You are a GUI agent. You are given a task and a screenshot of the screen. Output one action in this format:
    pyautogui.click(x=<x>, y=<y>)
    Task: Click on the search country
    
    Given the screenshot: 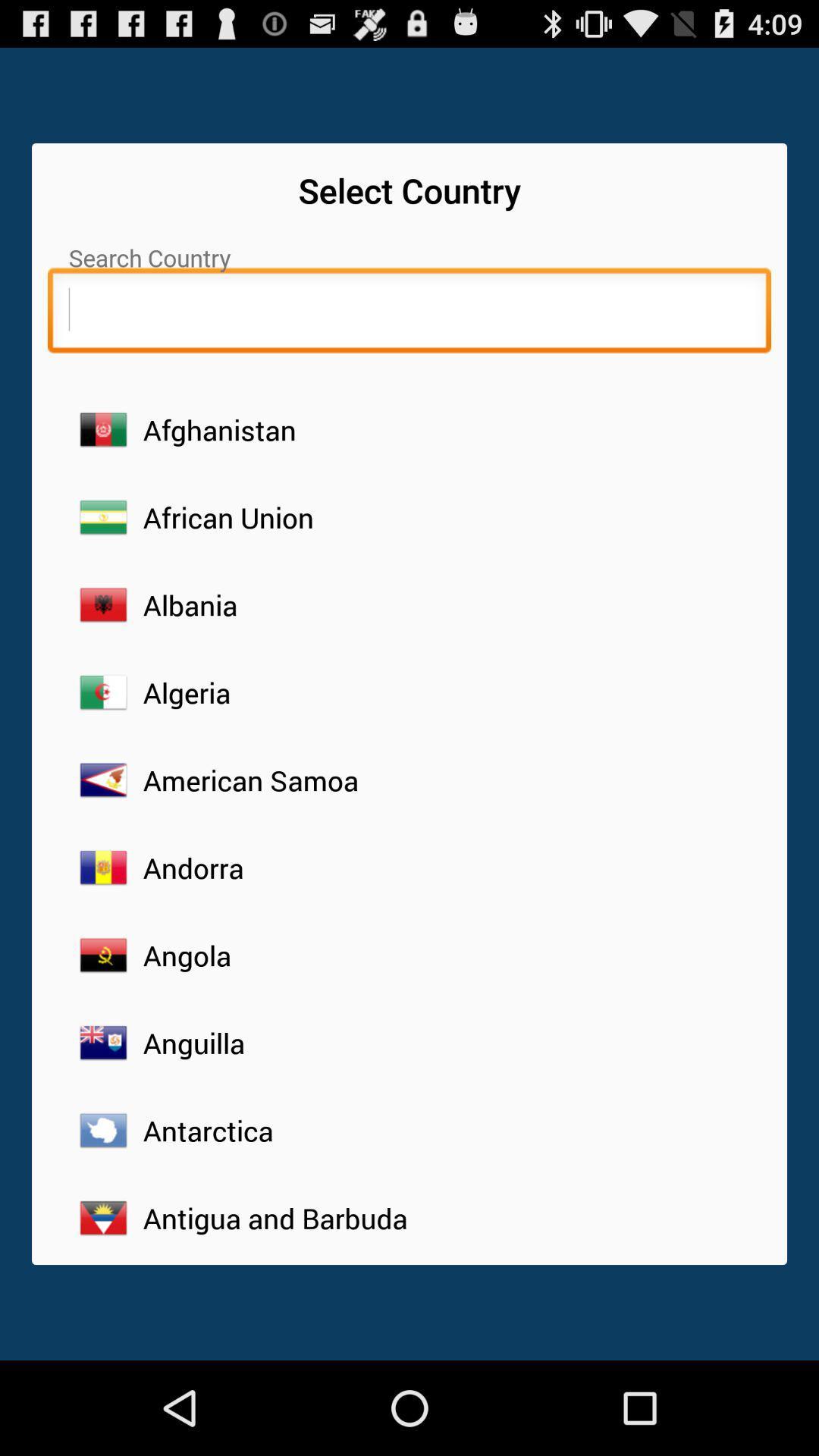 What is the action you would take?
    pyautogui.click(x=409, y=313)
    